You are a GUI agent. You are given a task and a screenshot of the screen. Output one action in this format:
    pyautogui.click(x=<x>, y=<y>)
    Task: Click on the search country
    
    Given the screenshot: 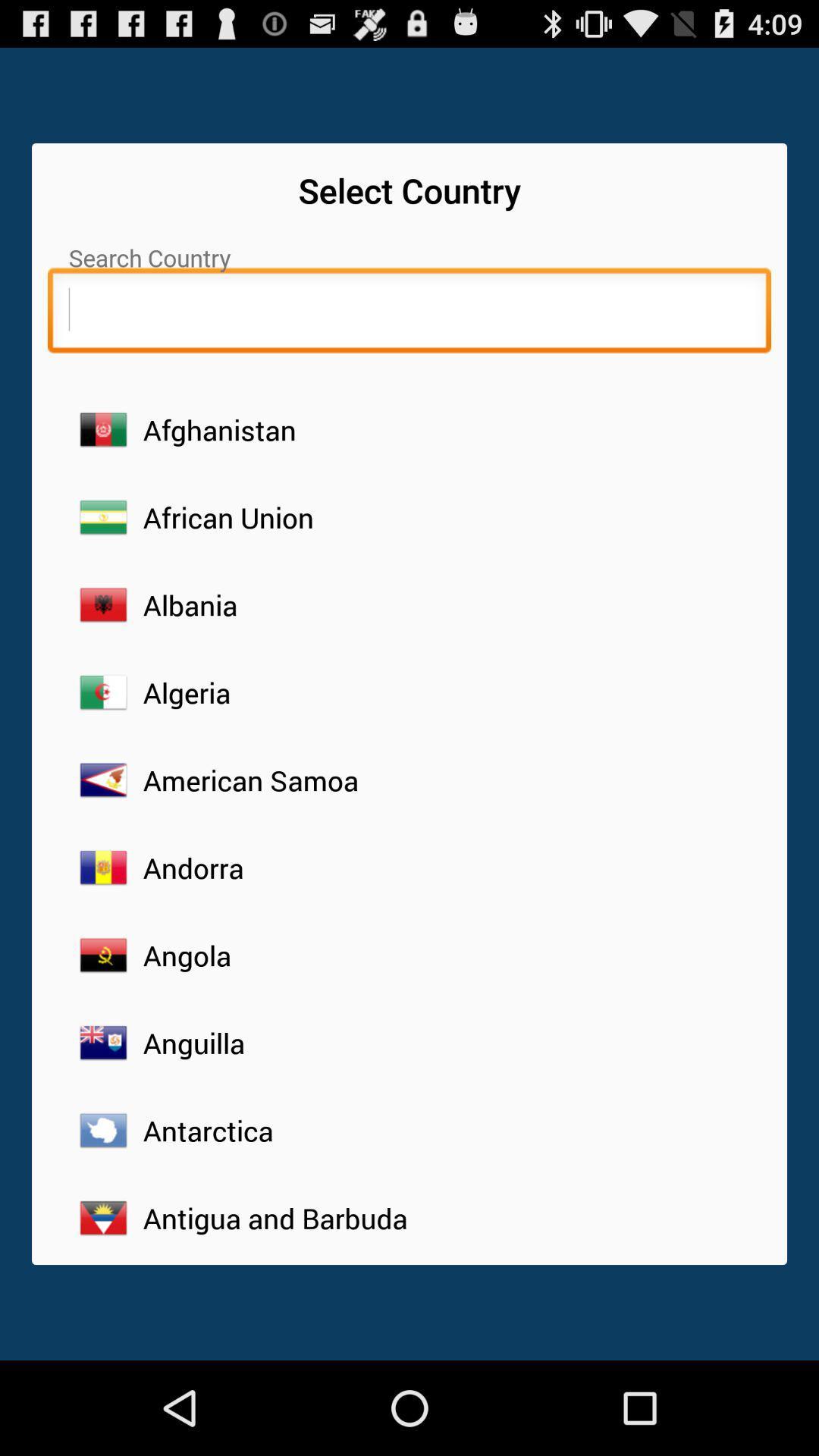 What is the action you would take?
    pyautogui.click(x=409, y=313)
    